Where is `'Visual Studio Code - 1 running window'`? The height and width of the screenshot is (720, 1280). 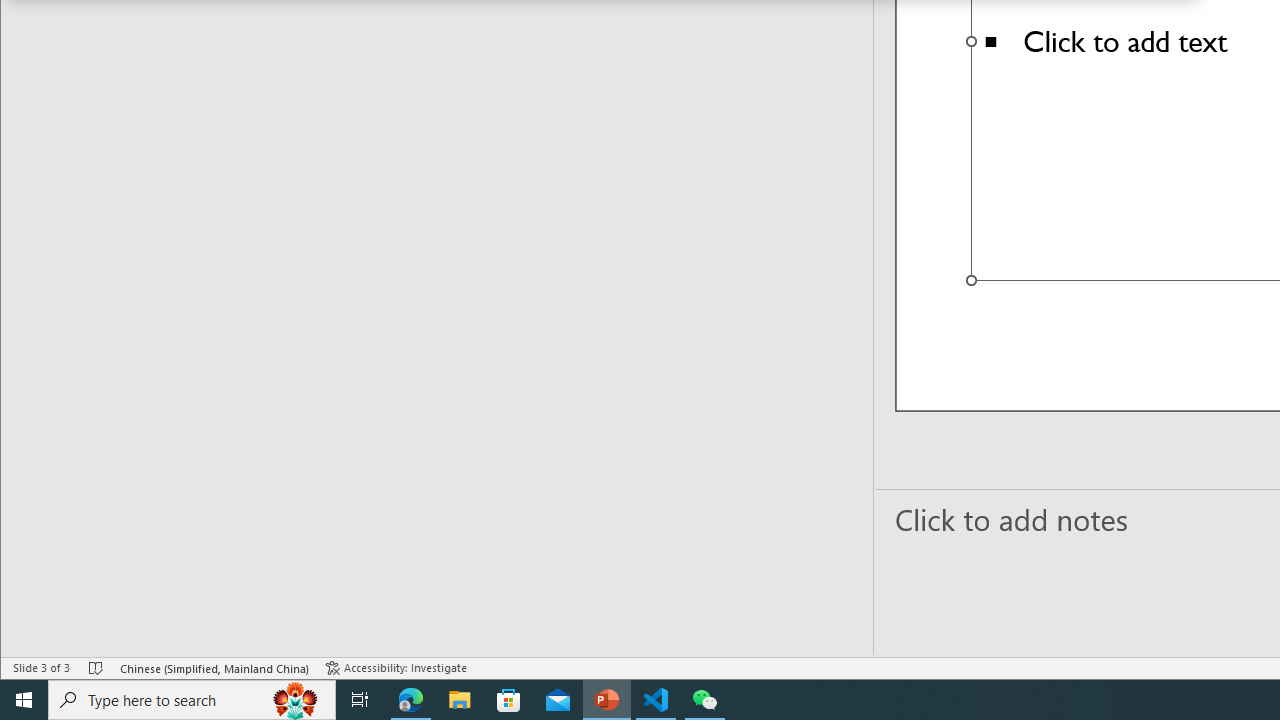 'Visual Studio Code - 1 running window' is located at coordinates (656, 698).